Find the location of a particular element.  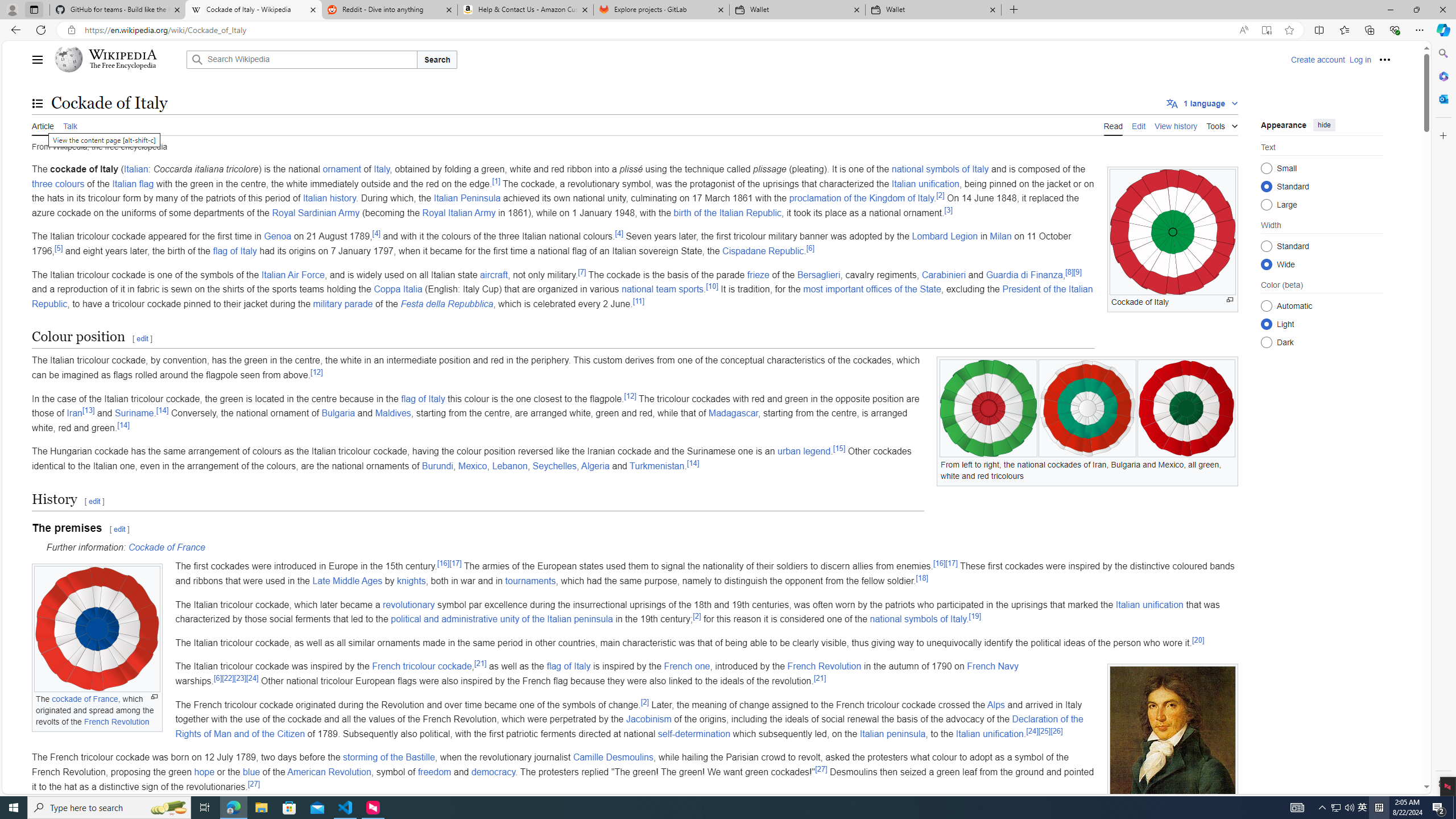

'[27]' is located at coordinates (253, 783).